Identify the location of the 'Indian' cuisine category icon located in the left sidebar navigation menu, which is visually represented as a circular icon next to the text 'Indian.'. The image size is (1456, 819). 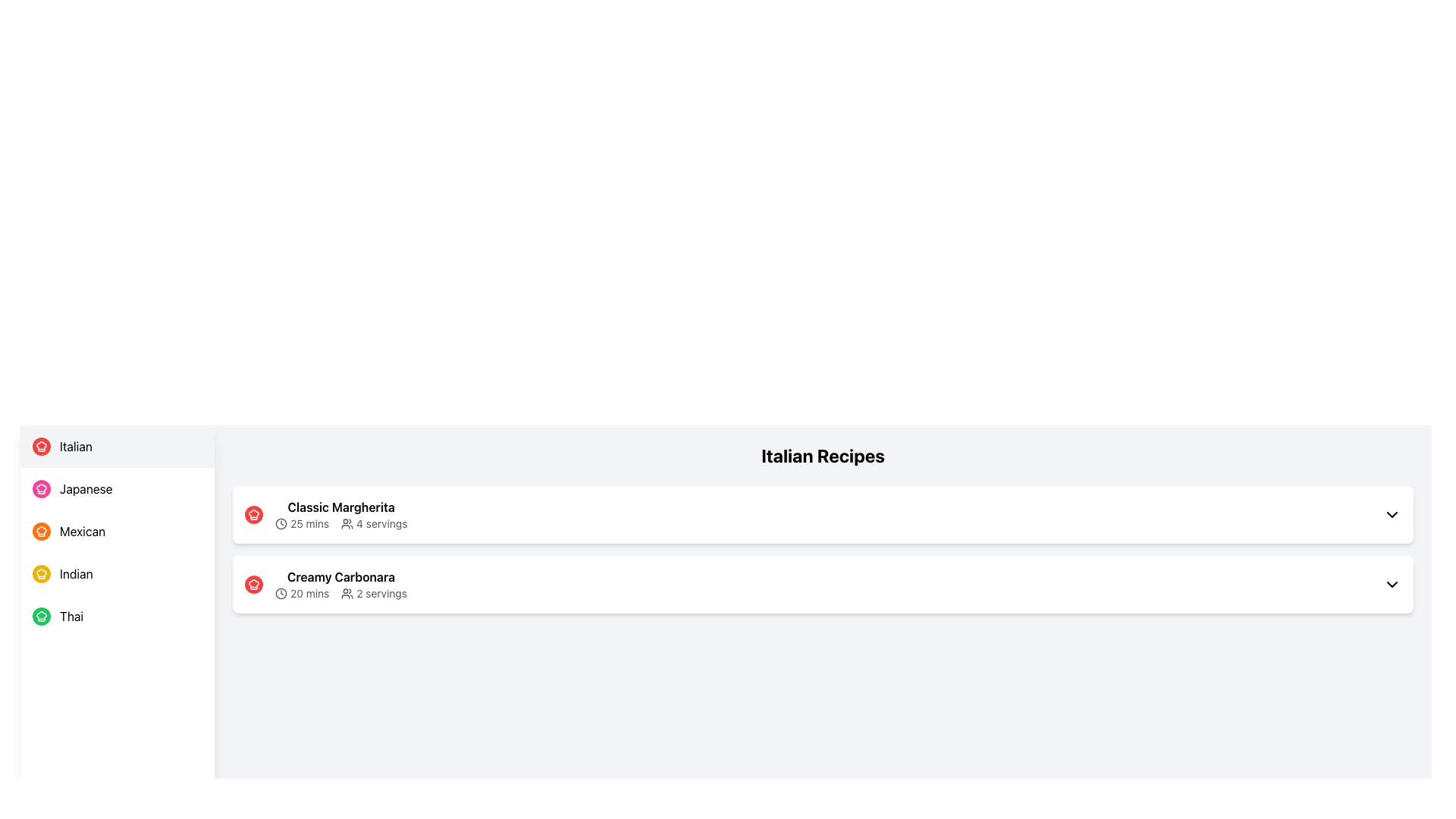
(41, 573).